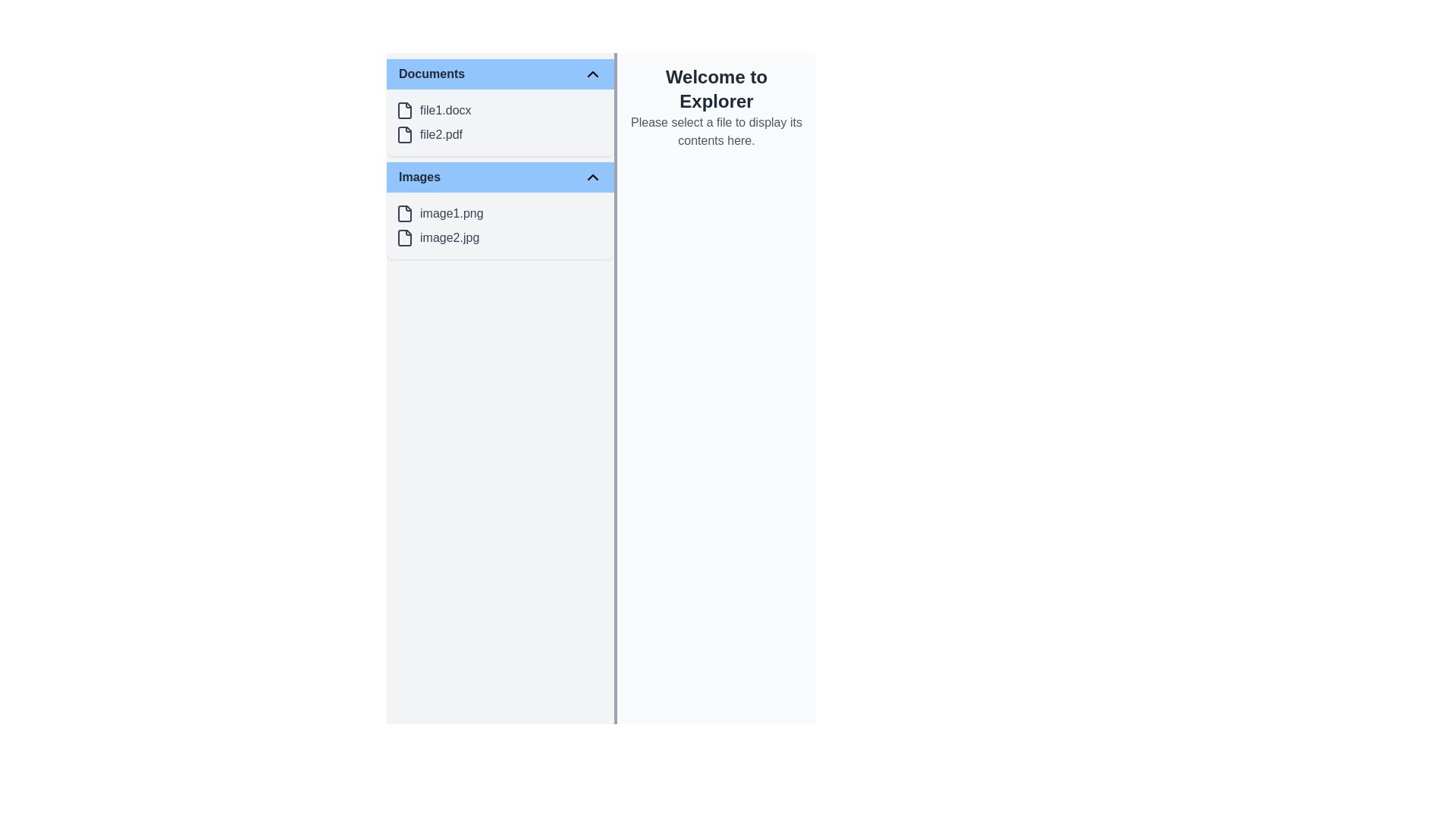  What do you see at coordinates (500, 177) in the screenshot?
I see `the 'Images' collapsible header bar for navigation` at bounding box center [500, 177].